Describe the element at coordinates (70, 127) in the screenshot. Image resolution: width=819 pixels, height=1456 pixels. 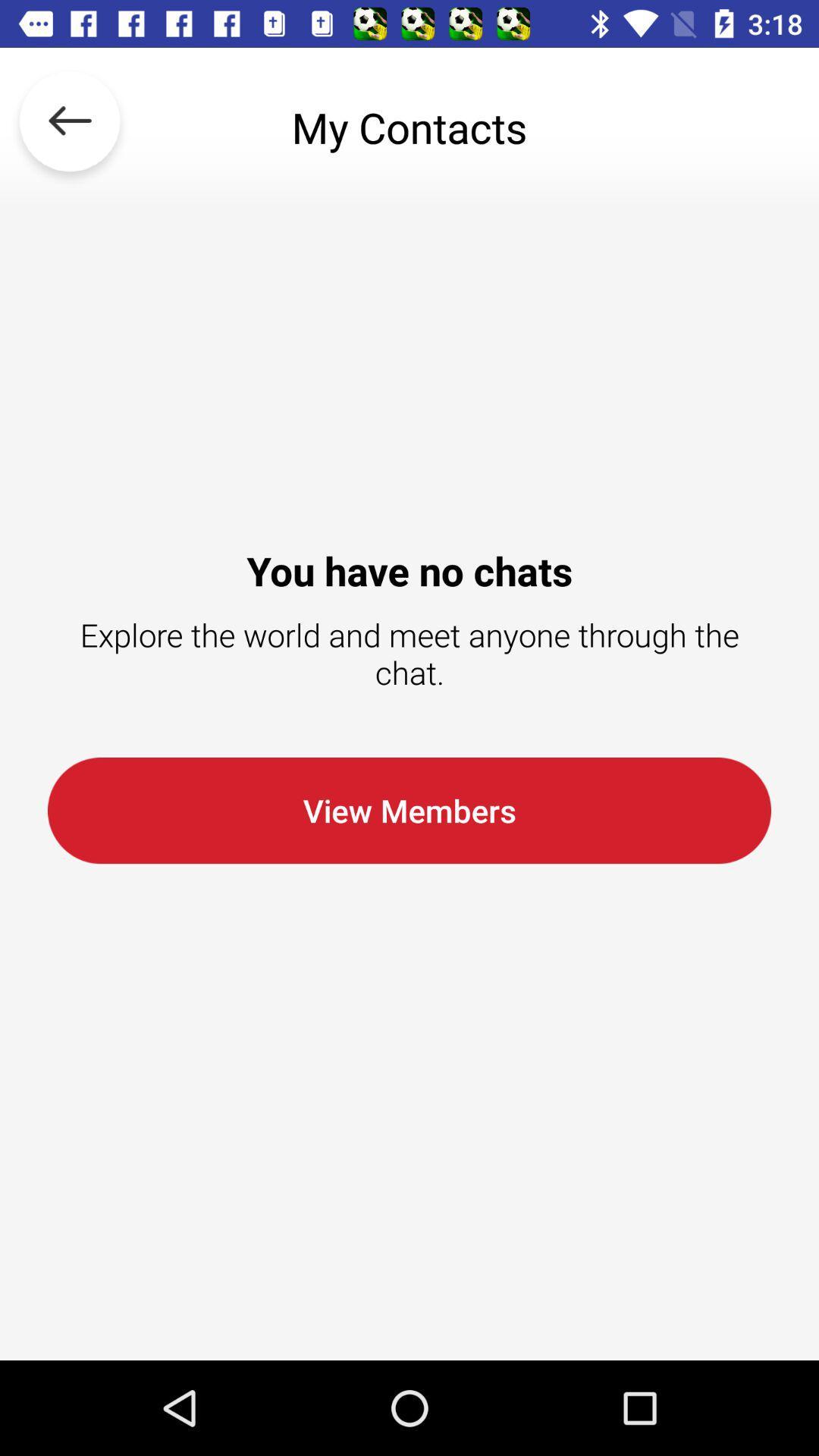
I see `the arrow_backward icon` at that location.